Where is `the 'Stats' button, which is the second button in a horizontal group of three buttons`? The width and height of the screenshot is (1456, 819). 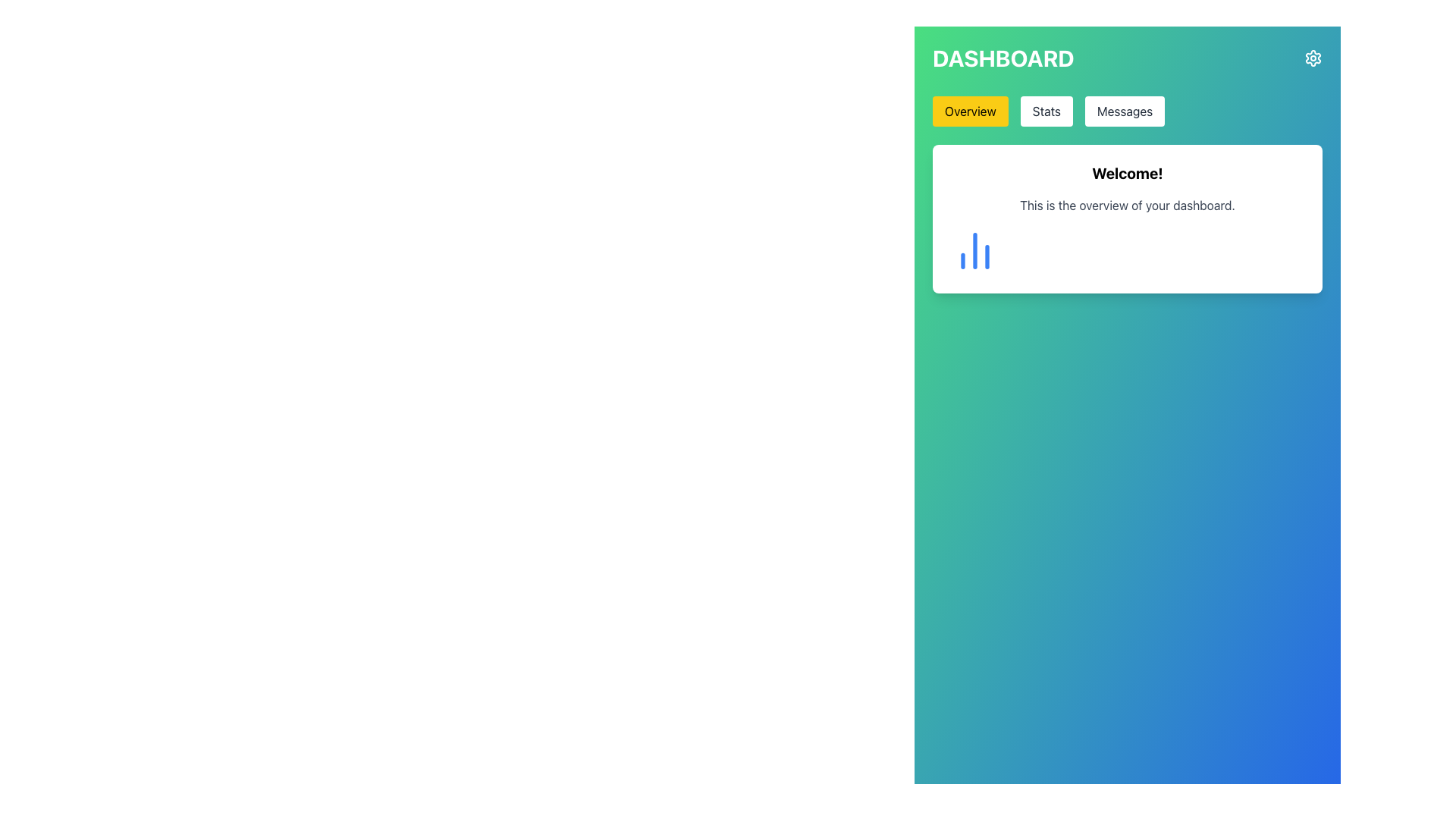
the 'Stats' button, which is the second button in a horizontal group of three buttons is located at coordinates (1046, 110).